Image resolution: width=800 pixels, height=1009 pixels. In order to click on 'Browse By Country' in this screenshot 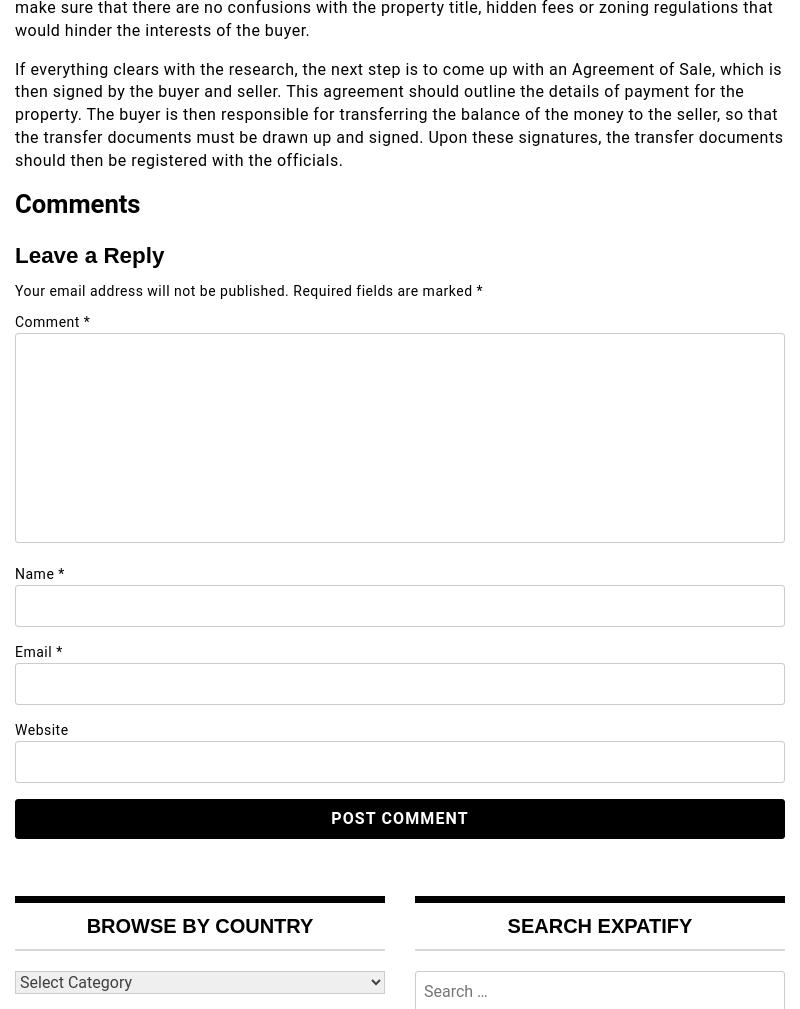, I will do `click(198, 924)`.